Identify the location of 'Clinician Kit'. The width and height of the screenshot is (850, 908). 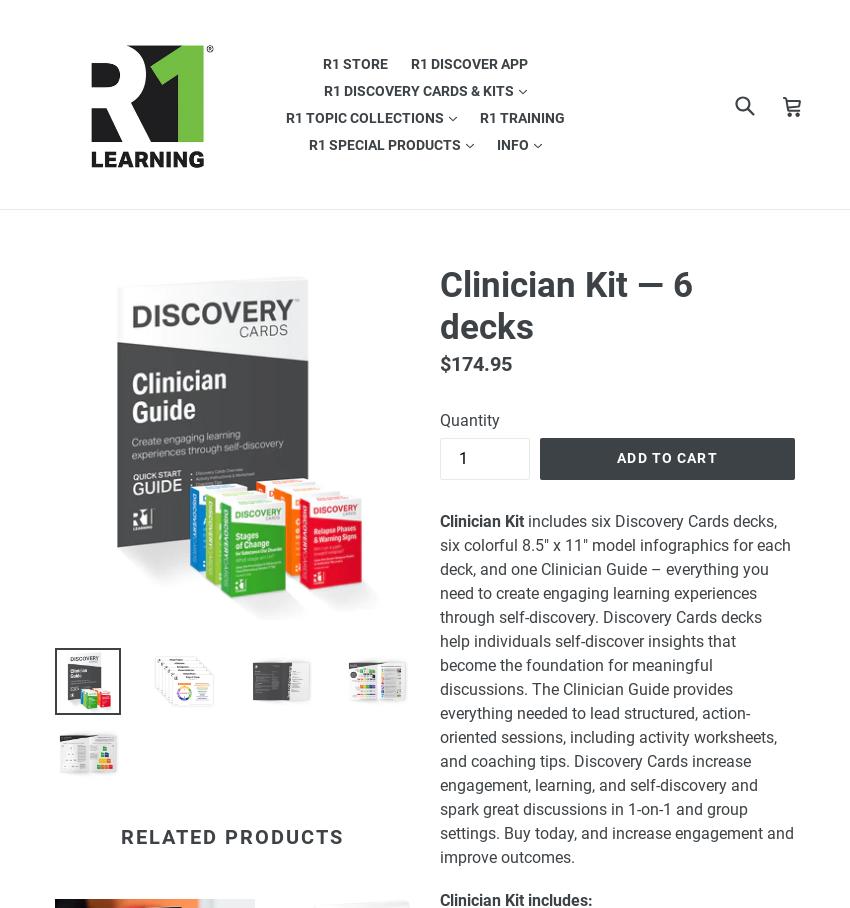
(482, 520).